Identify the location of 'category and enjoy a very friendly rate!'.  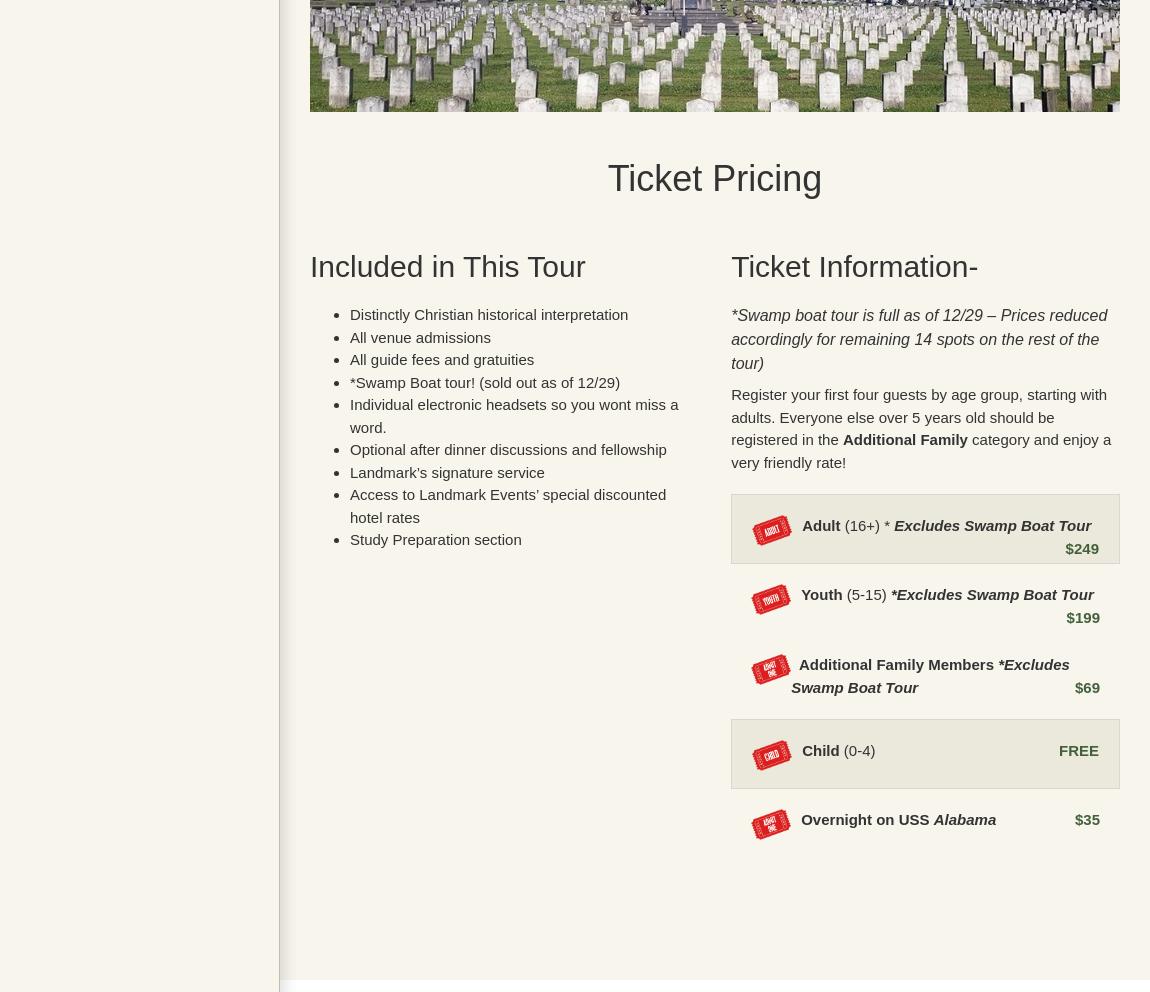
(921, 449).